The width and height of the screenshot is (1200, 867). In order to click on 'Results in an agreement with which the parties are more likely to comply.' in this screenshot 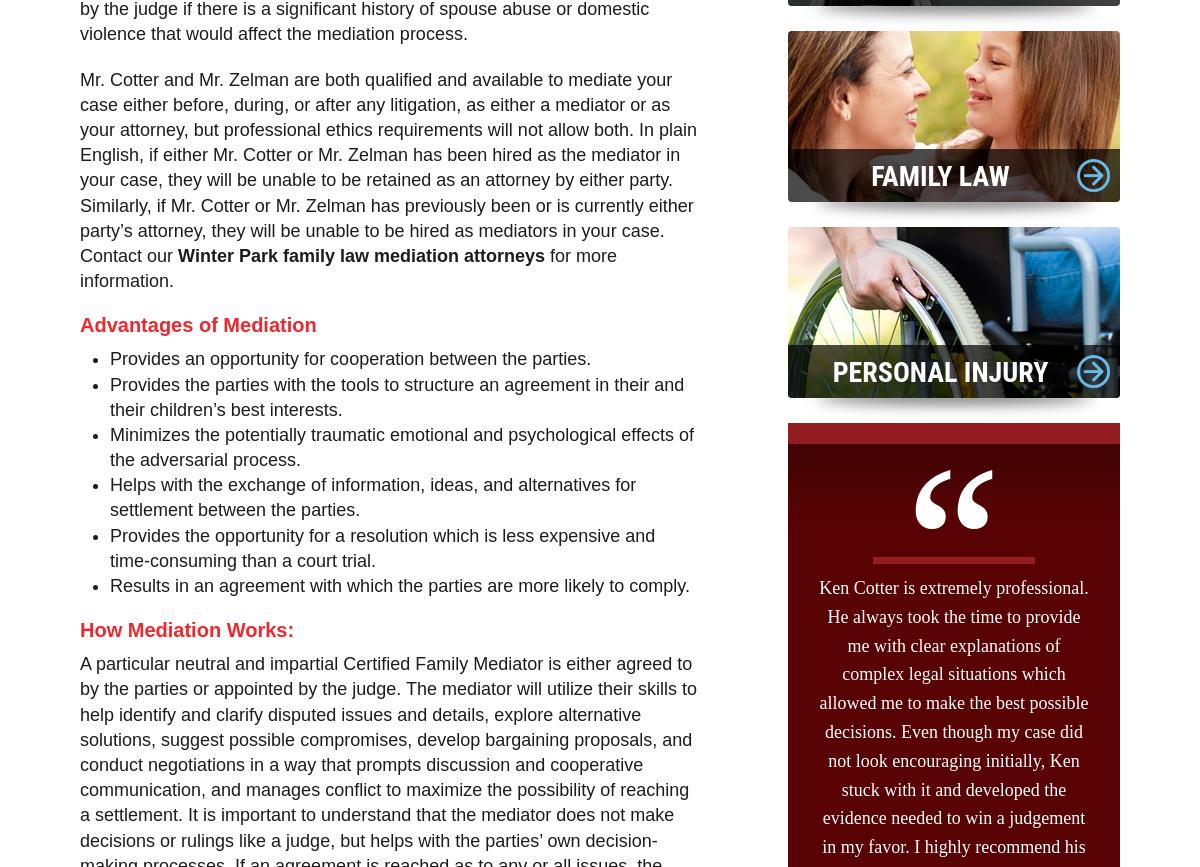, I will do `click(399, 585)`.